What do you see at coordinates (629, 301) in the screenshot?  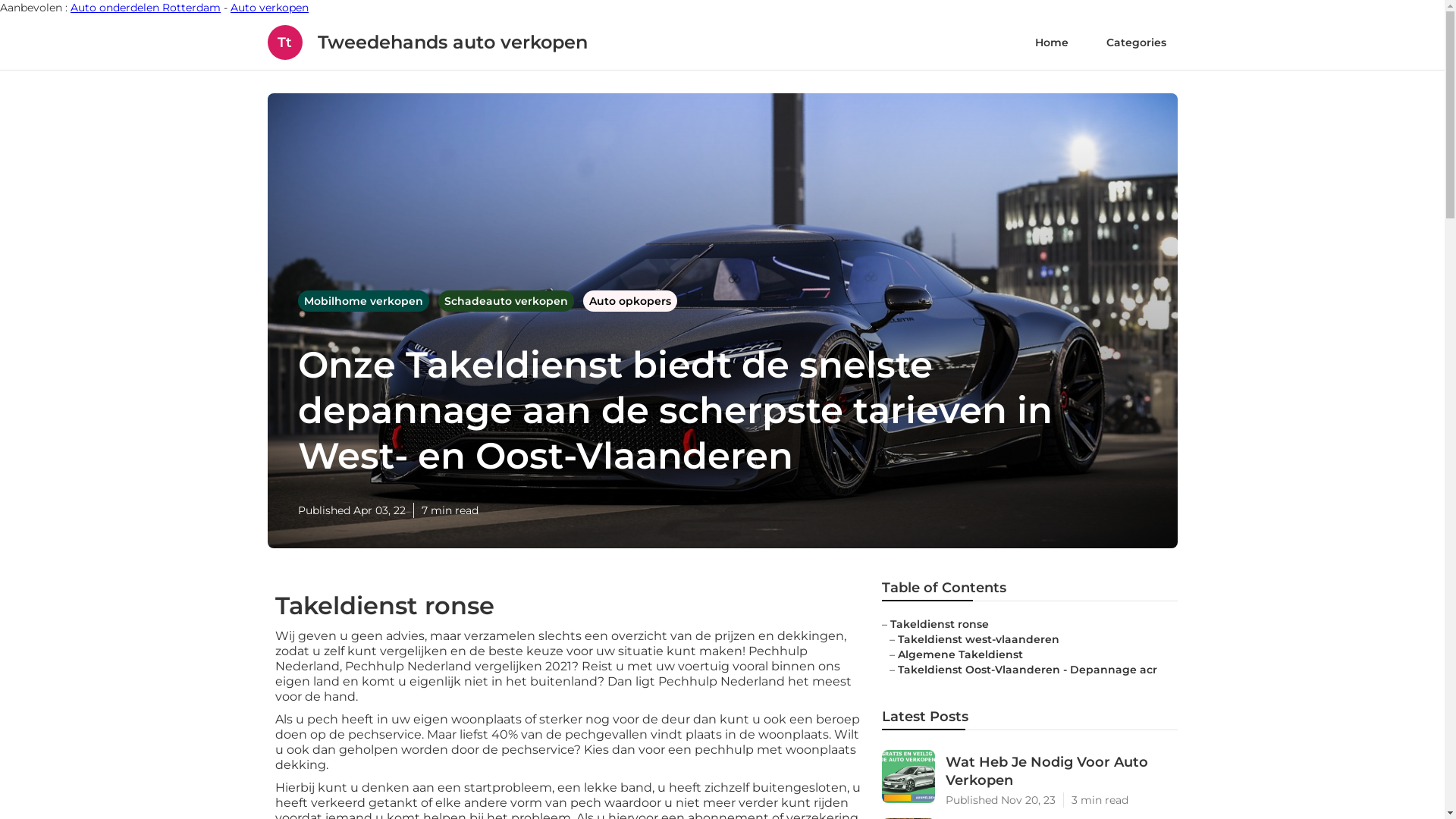 I see `'Auto opkopers'` at bounding box center [629, 301].